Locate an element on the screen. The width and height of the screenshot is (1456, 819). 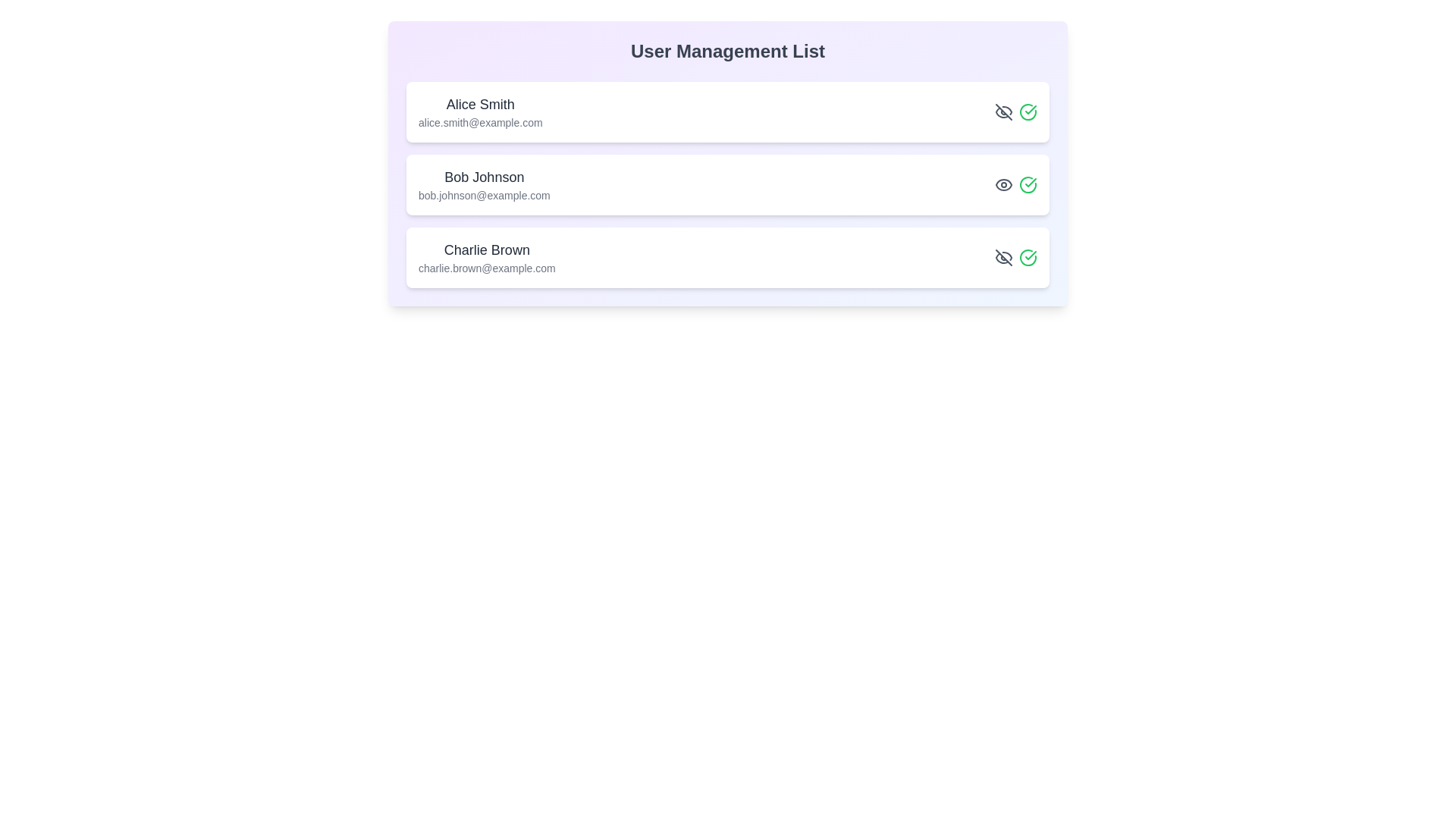
the visibility toggle button for user Alice Smith is located at coordinates (1004, 111).